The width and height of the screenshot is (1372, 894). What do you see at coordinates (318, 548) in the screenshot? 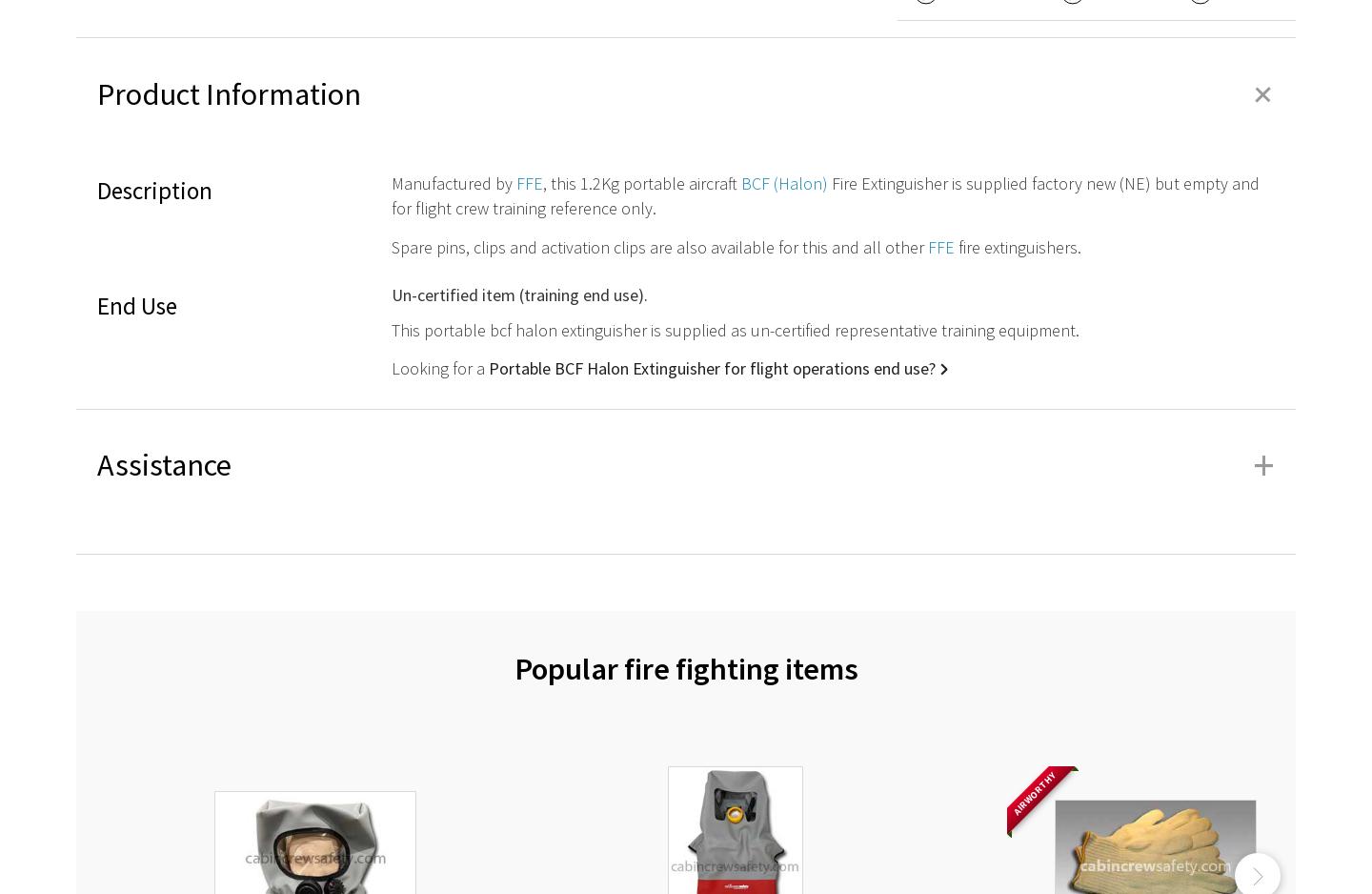
I see `'aircraft fire fighting equipment'` at bounding box center [318, 548].